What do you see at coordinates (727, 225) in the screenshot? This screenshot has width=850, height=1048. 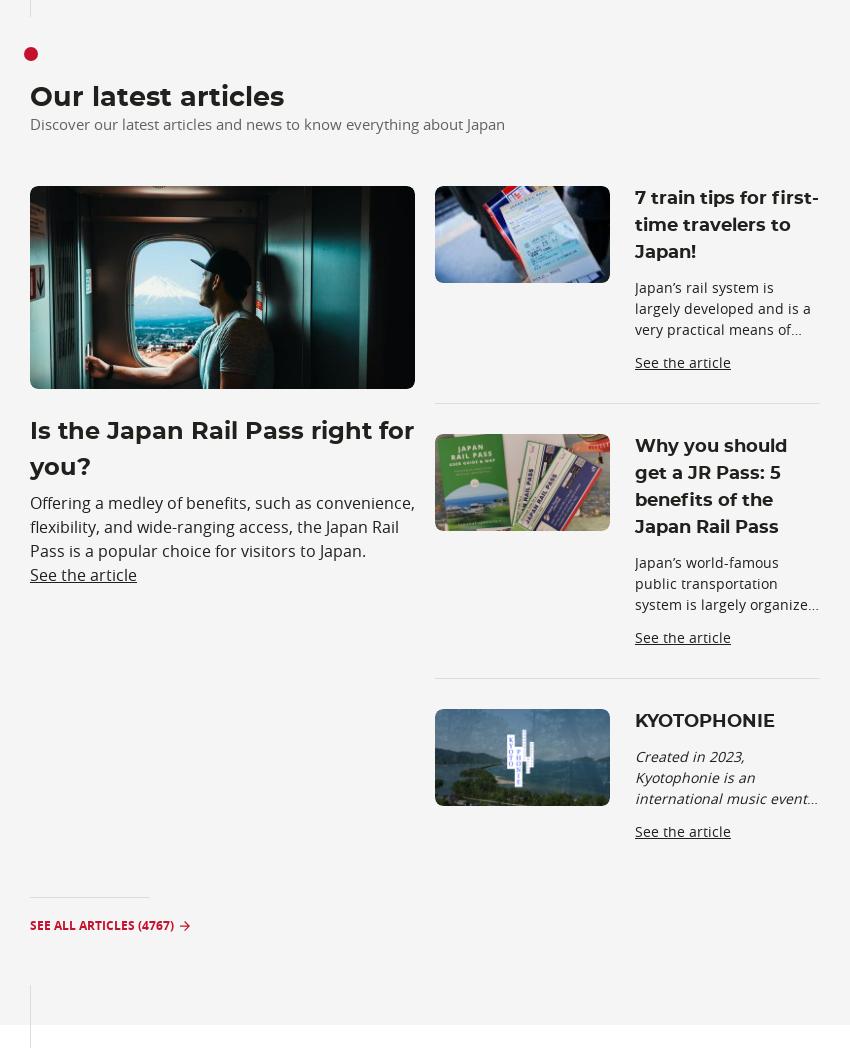 I see `'7 train tips for first-time travelers to Japan!'` at bounding box center [727, 225].